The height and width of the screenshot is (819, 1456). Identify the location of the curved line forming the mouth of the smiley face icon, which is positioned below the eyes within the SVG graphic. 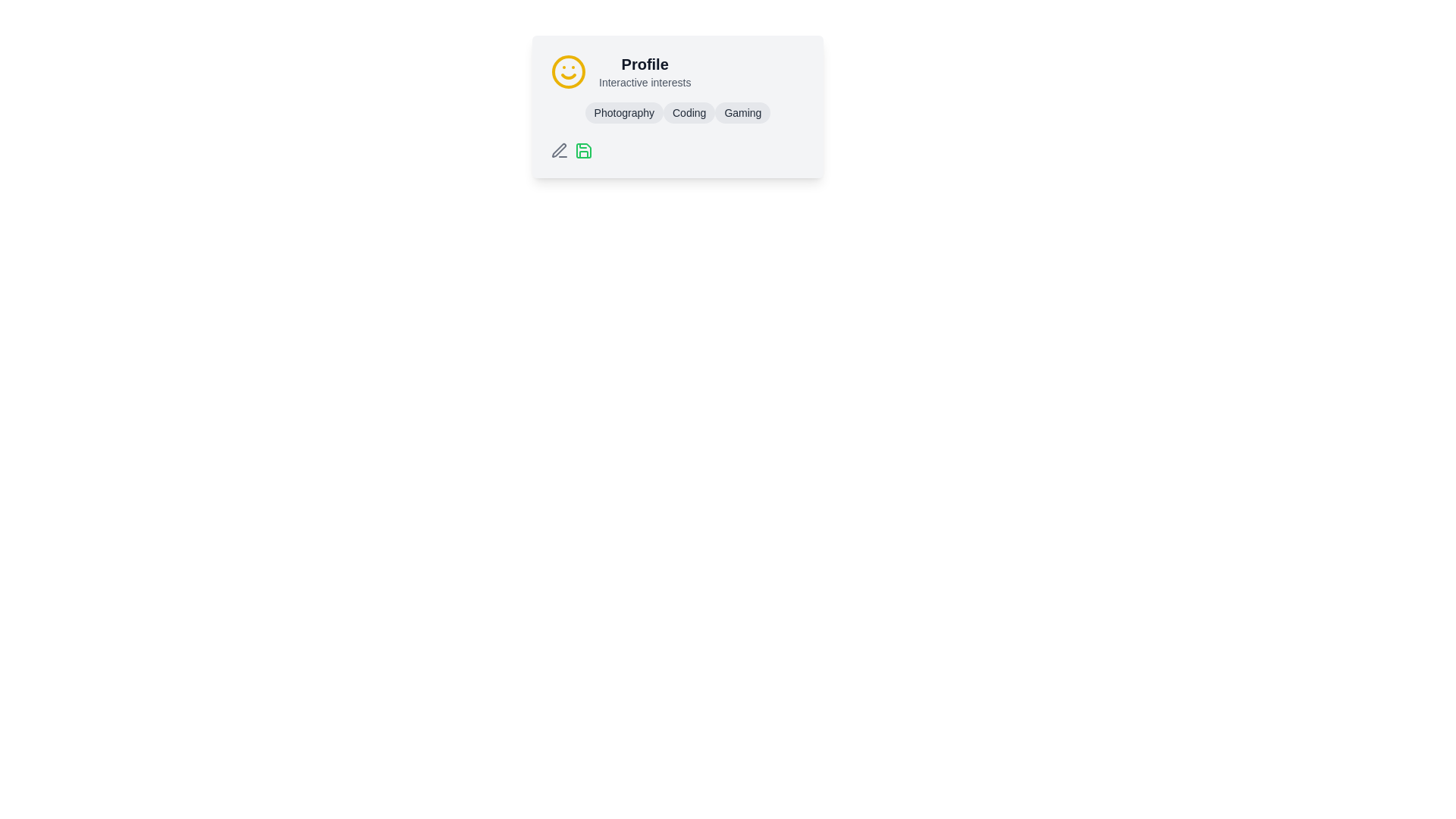
(567, 76).